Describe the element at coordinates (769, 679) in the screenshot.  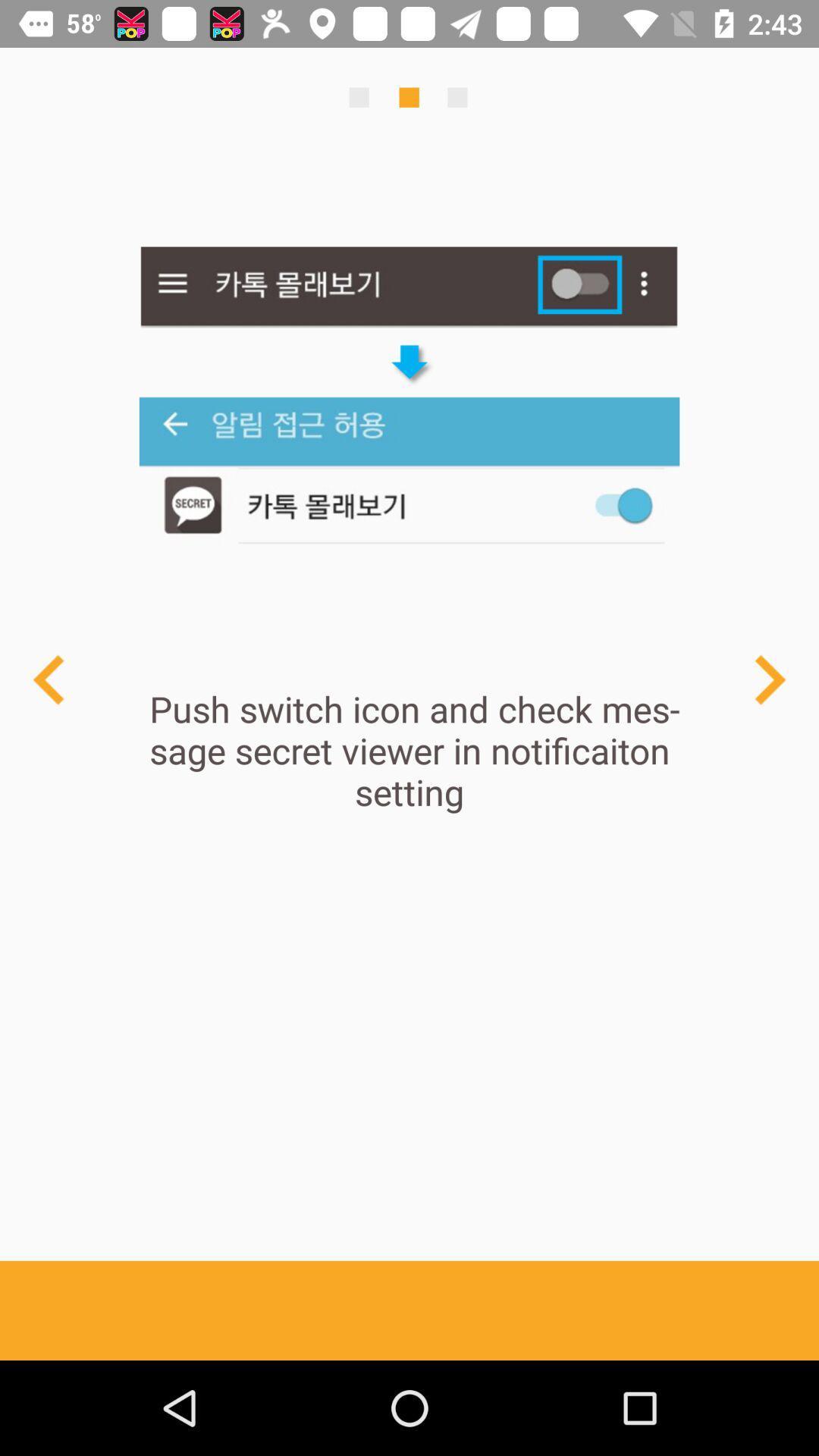
I see `next` at that location.